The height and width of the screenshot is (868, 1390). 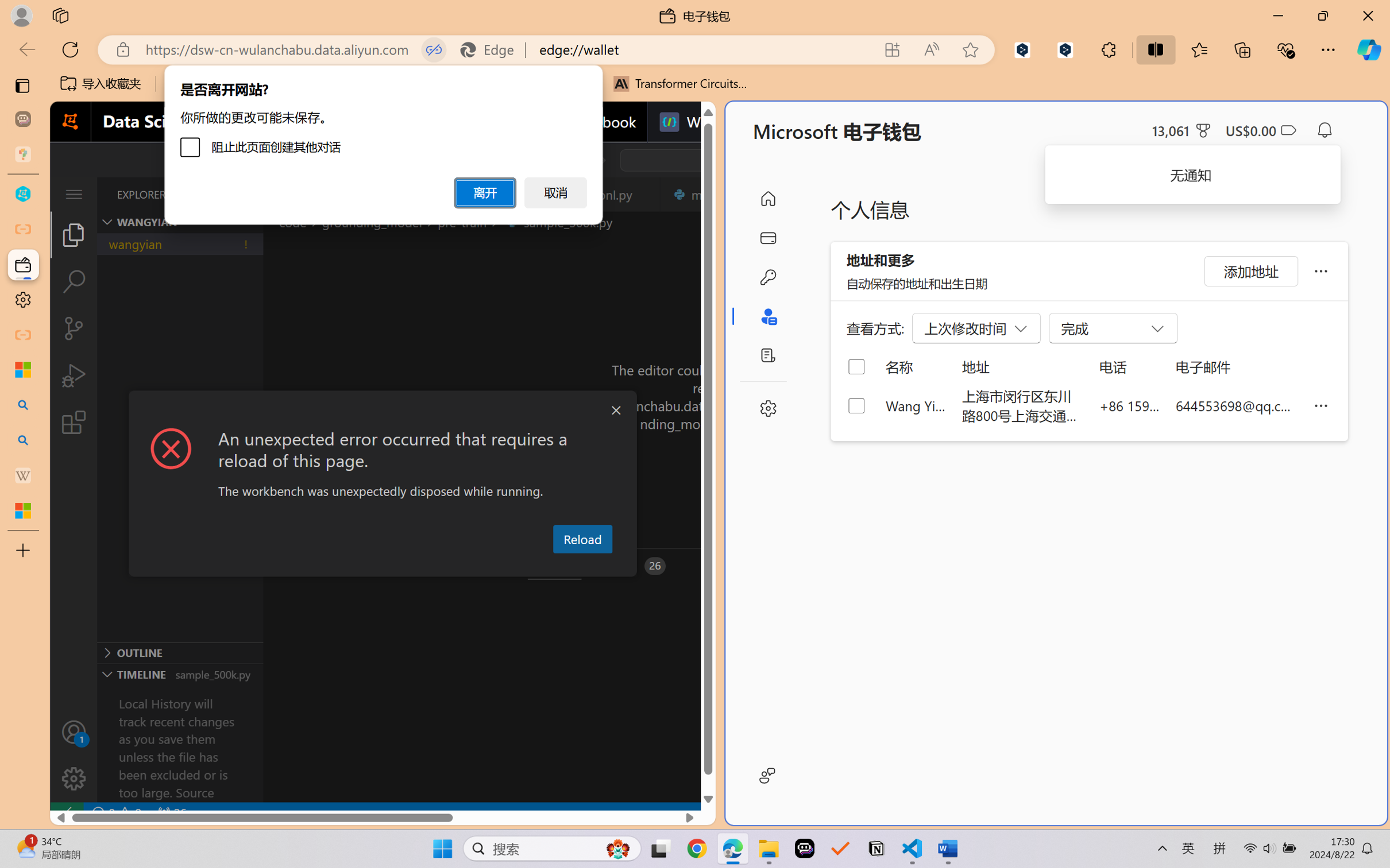 I want to click on 'Microsoft Cashback - US$0.00', so click(x=1260, y=130).